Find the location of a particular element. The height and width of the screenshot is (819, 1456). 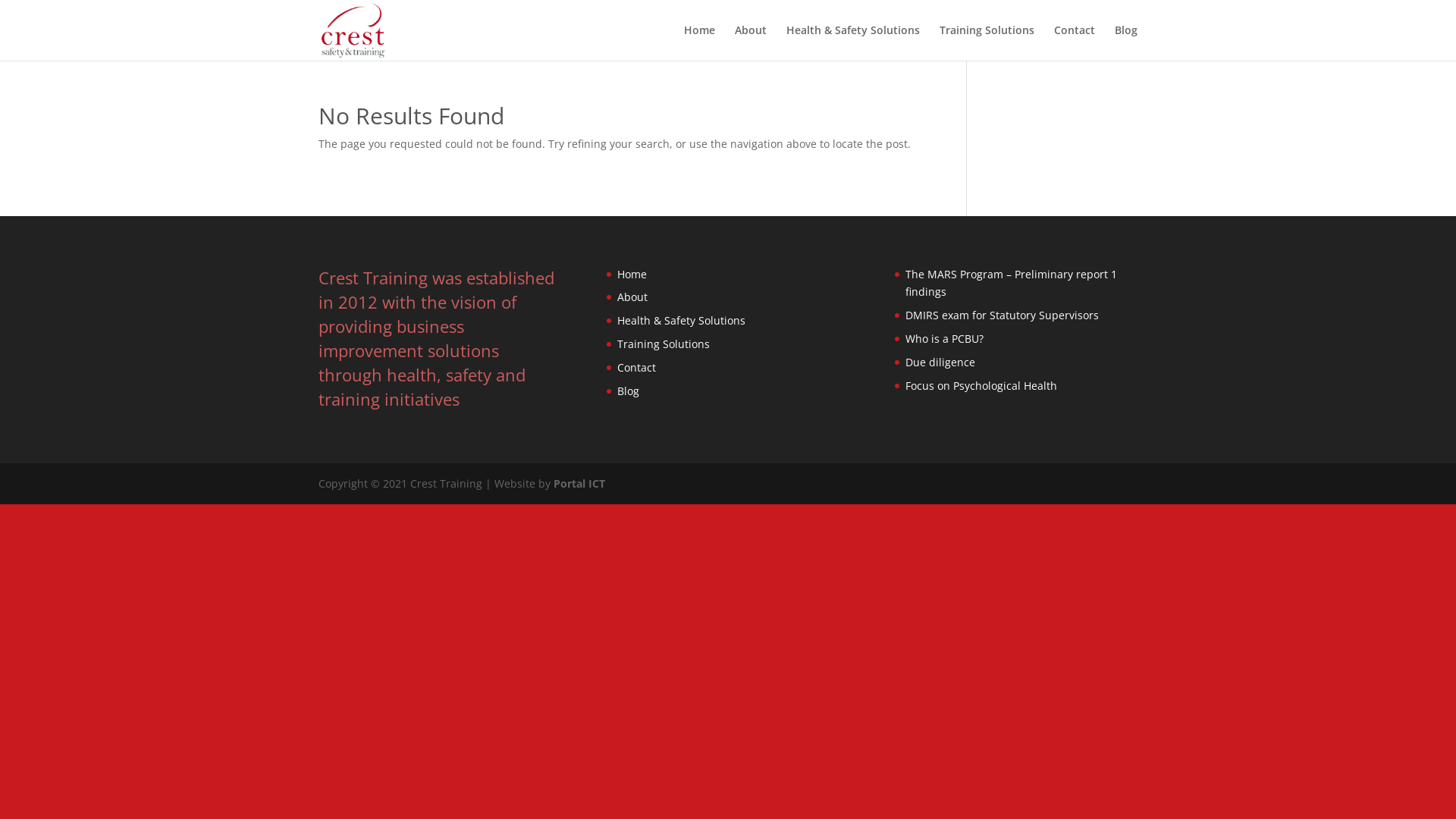

'Blog' is located at coordinates (628, 390).